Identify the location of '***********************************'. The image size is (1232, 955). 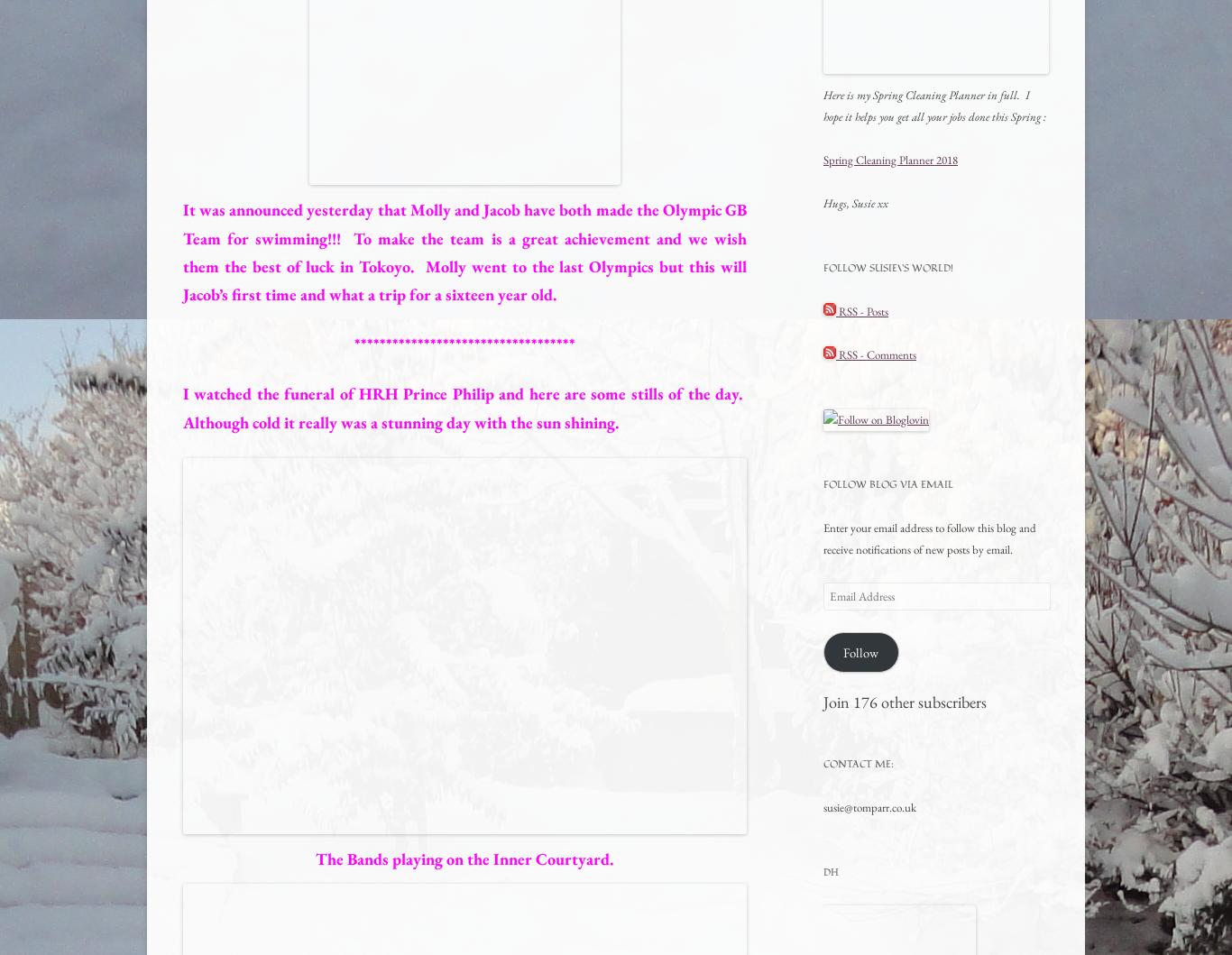
(353, 343).